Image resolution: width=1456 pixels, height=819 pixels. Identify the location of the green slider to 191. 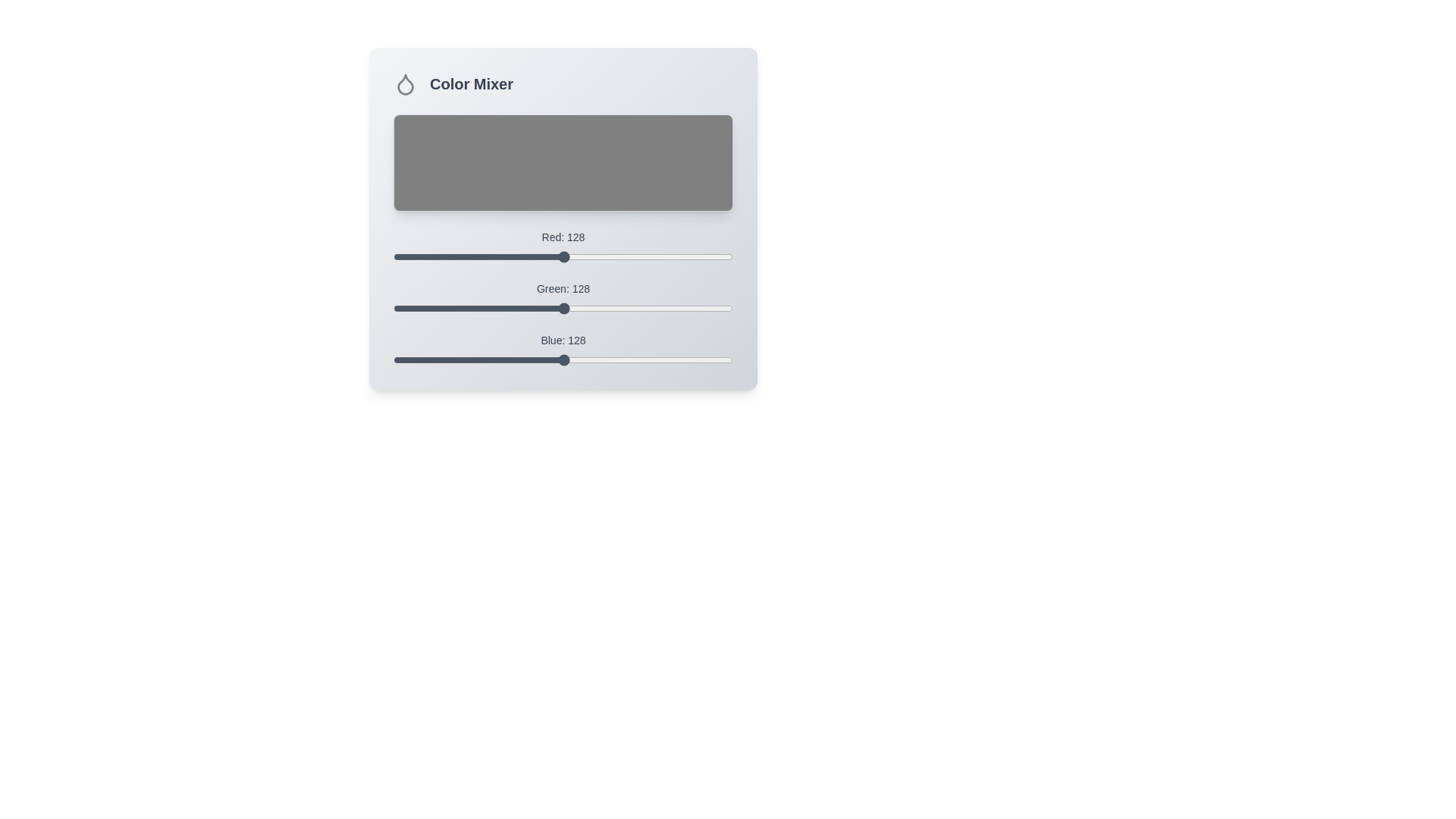
(648, 308).